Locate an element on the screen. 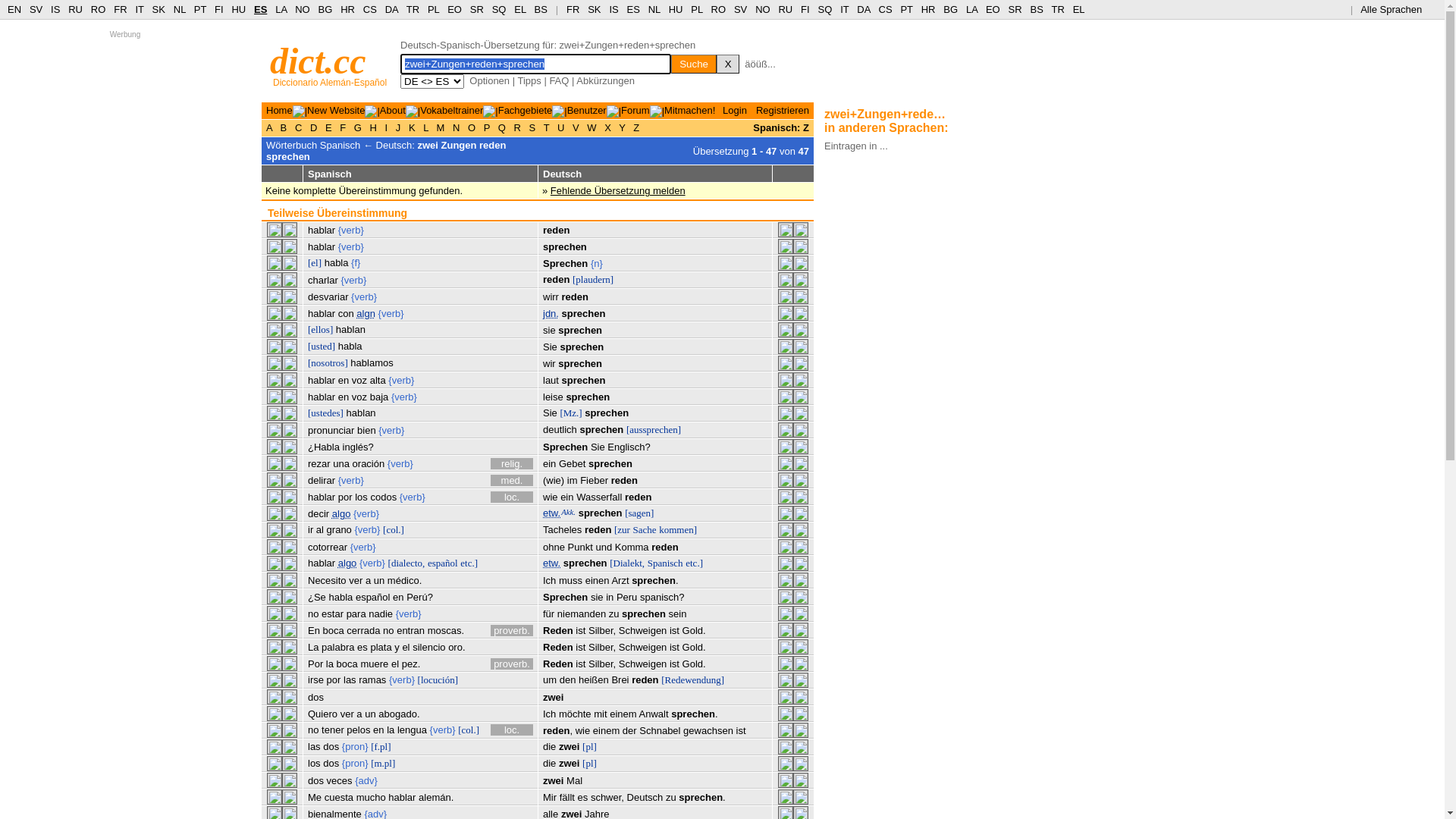 The width and height of the screenshot is (1456, 819). 'etw.' is located at coordinates (551, 512).